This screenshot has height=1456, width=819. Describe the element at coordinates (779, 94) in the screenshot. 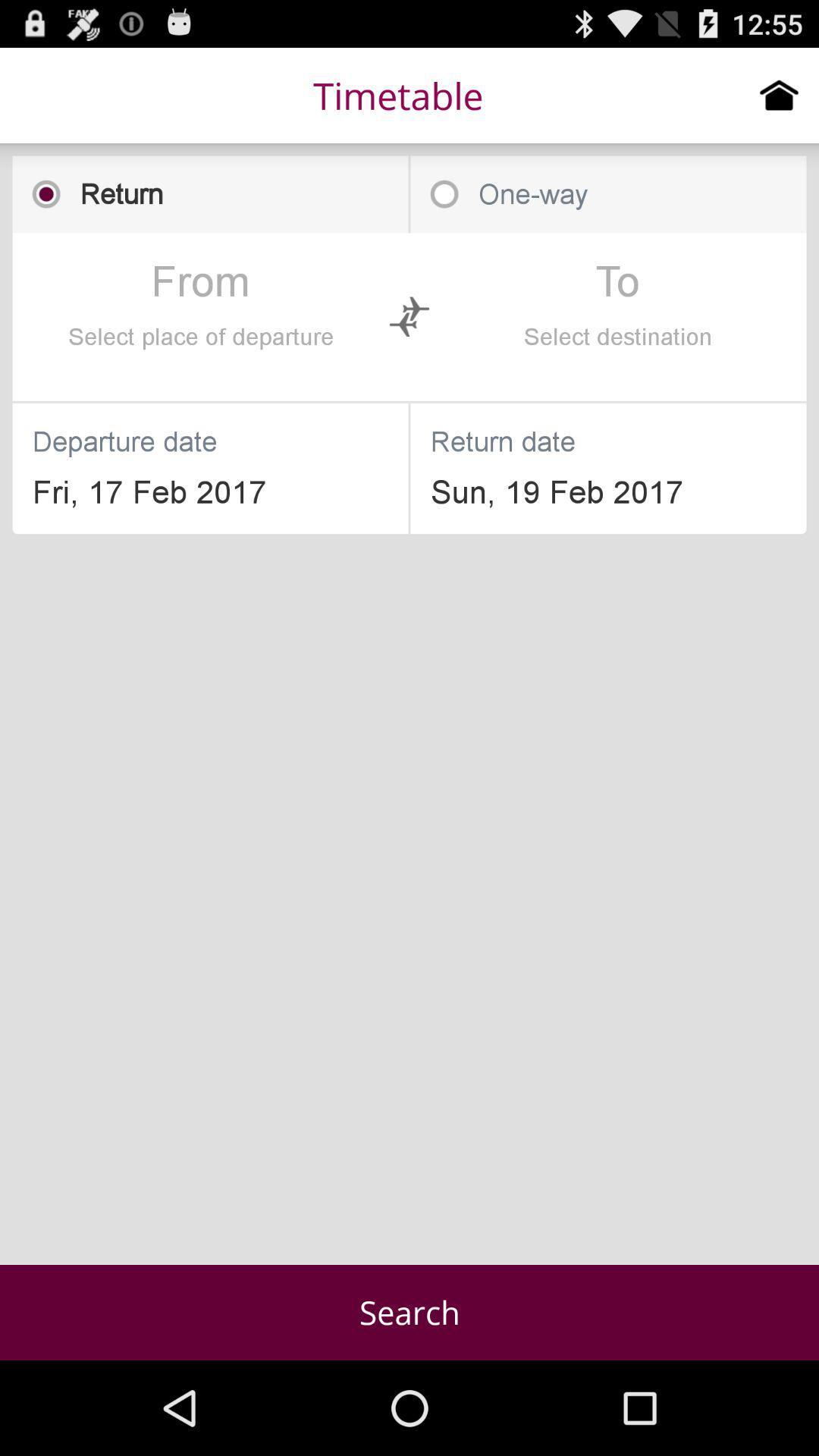

I see `return to homepage` at that location.